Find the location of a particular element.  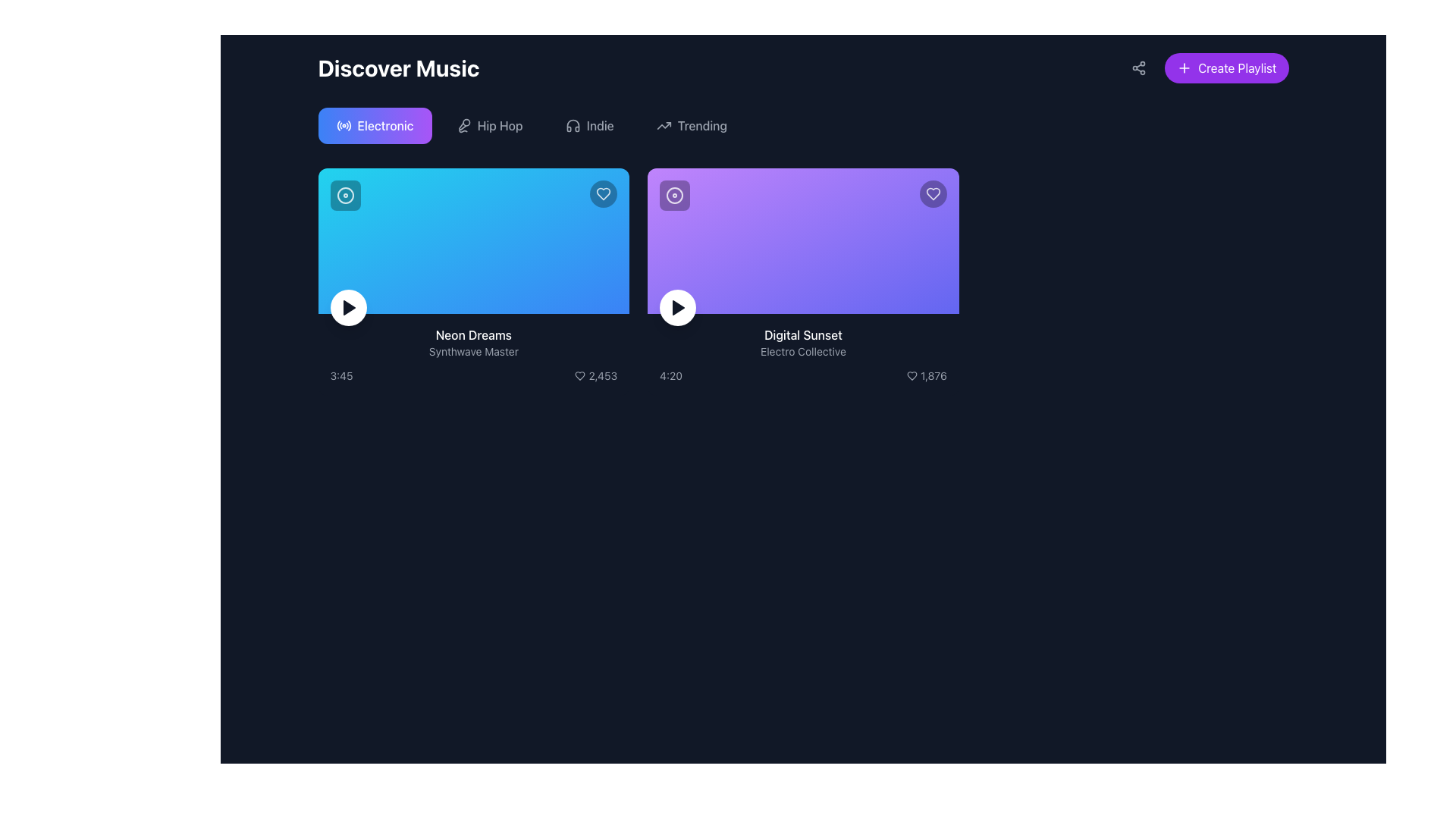

the SVG graphic icon located in the top-left corner of the card for the song 'Digital Sunset' is located at coordinates (674, 195).